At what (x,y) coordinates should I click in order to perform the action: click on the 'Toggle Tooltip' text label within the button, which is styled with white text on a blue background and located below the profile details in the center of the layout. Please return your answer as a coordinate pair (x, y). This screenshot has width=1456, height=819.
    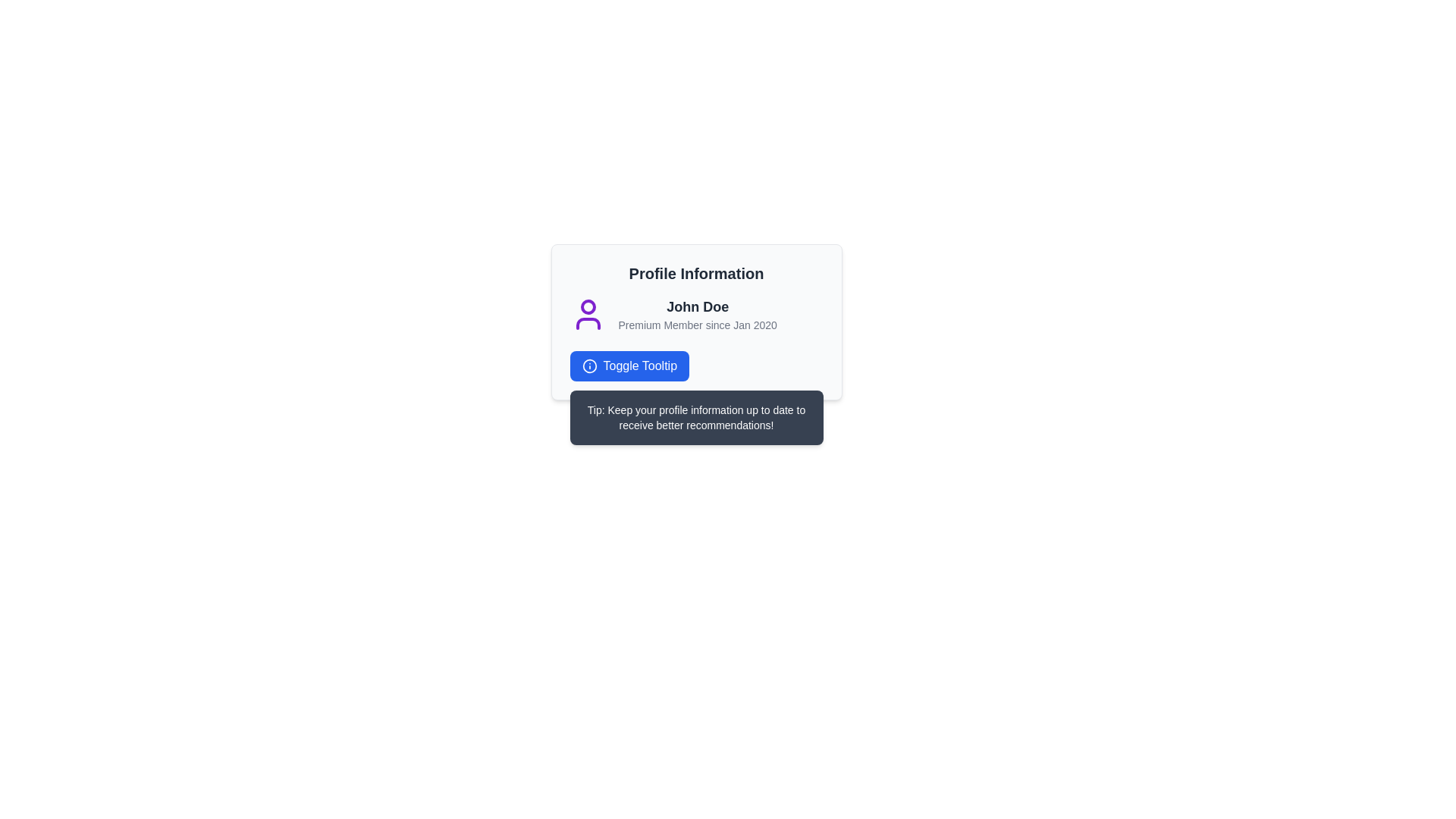
    Looking at the image, I should click on (640, 366).